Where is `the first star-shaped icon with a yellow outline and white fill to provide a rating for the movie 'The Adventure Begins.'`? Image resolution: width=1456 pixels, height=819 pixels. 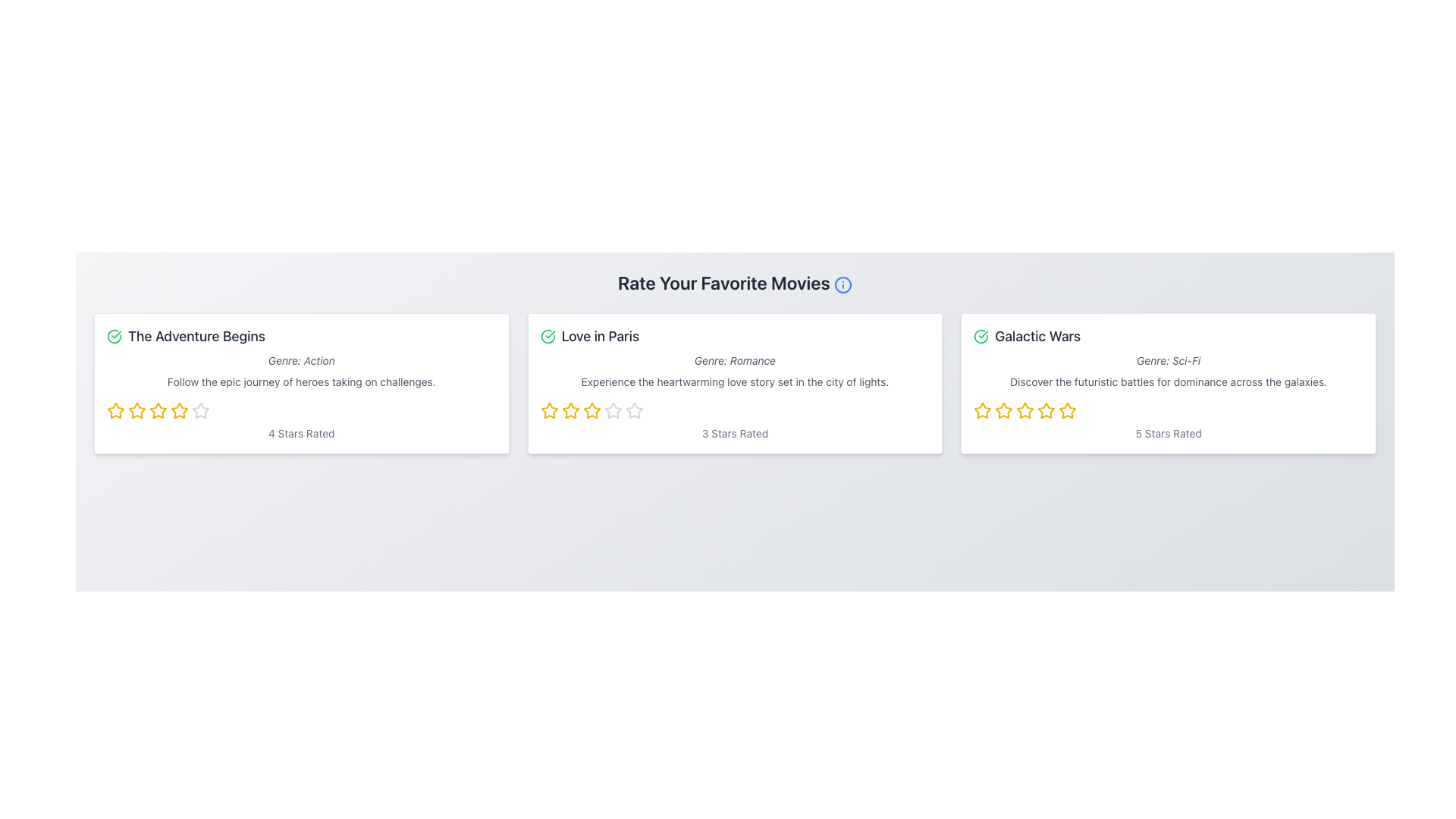
the first star-shaped icon with a yellow outline and white fill to provide a rating for the movie 'The Adventure Begins.' is located at coordinates (115, 409).